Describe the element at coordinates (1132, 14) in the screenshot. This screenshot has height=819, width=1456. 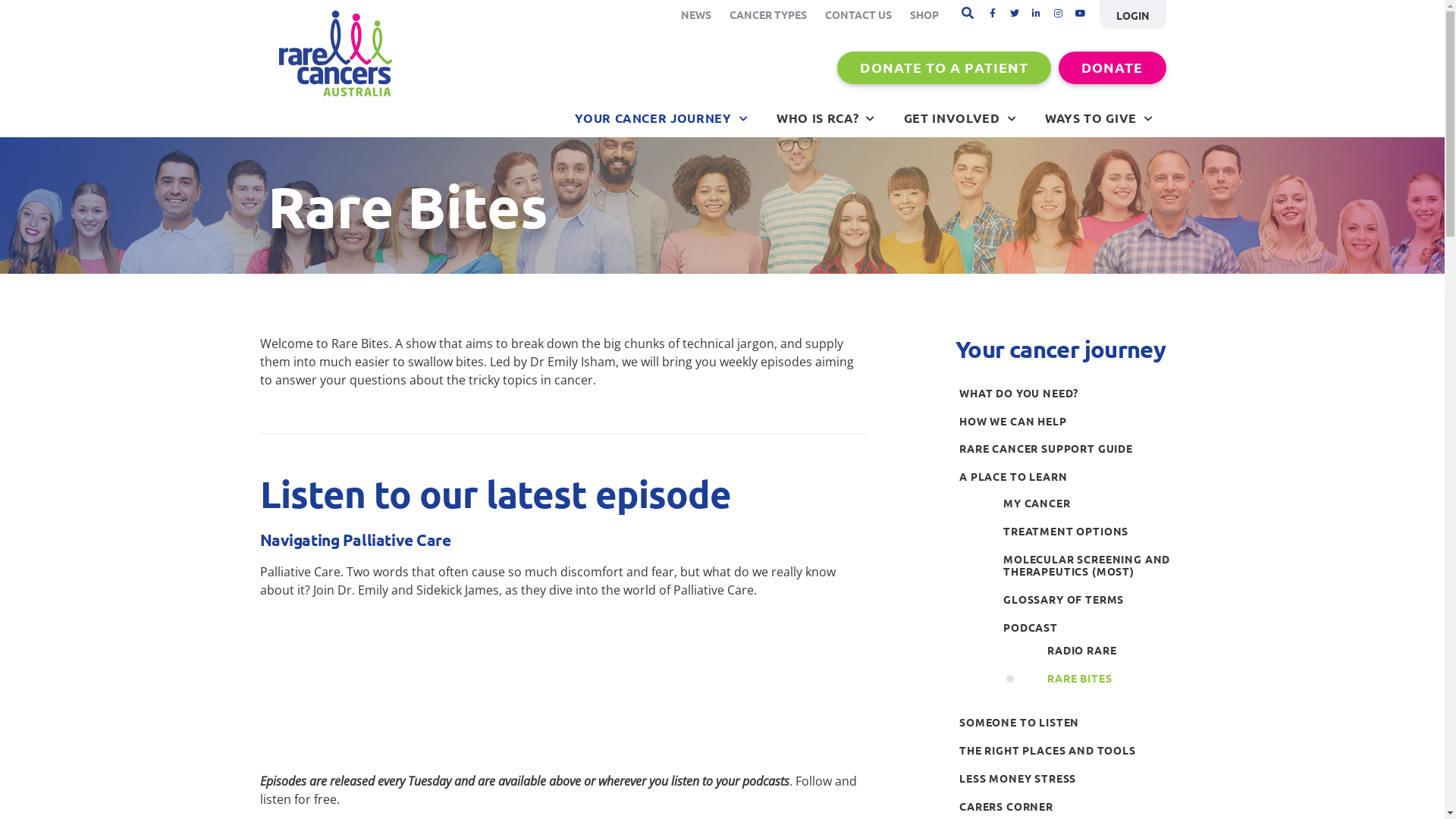
I see `'LOGIN'` at that location.